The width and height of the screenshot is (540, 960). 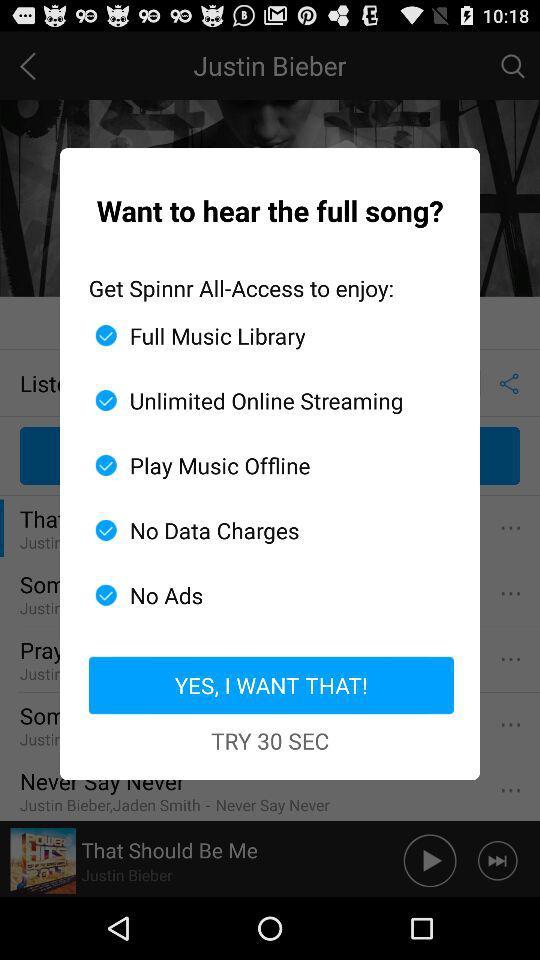 What do you see at coordinates (270, 685) in the screenshot?
I see `yes i want button` at bounding box center [270, 685].